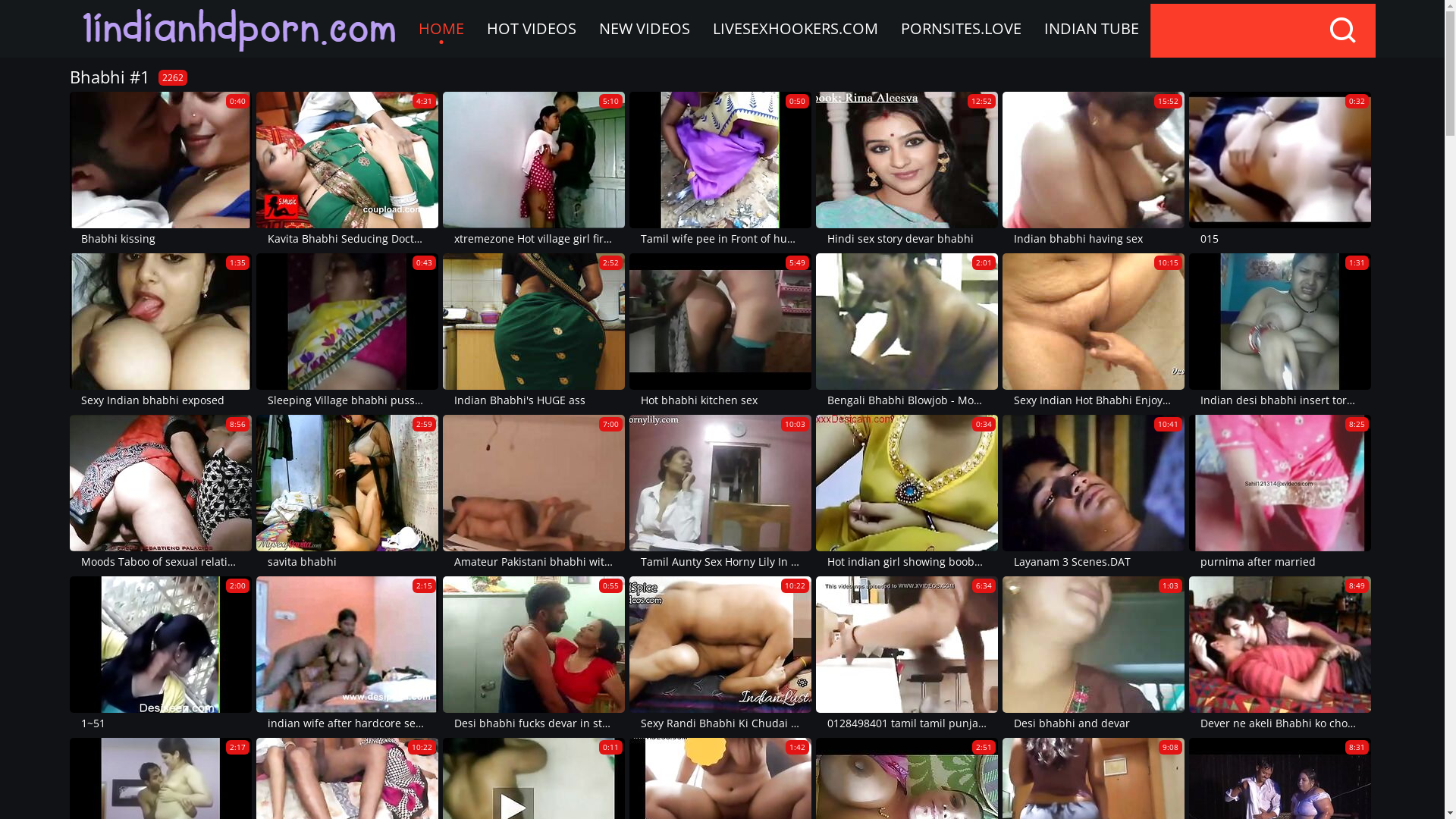  What do you see at coordinates (1093, 654) in the screenshot?
I see `'1:03` at bounding box center [1093, 654].